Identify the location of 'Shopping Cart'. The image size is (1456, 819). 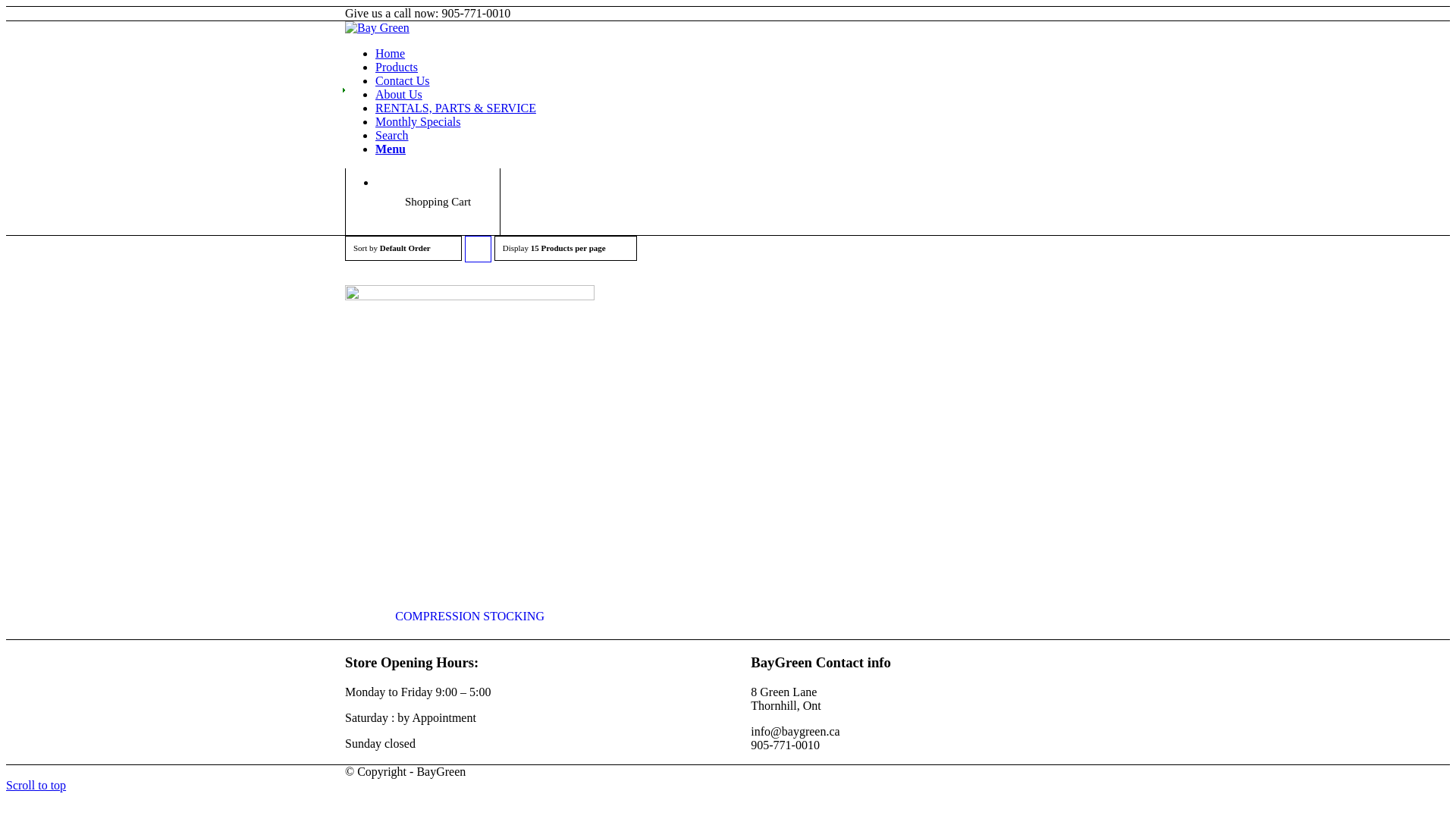
(437, 201).